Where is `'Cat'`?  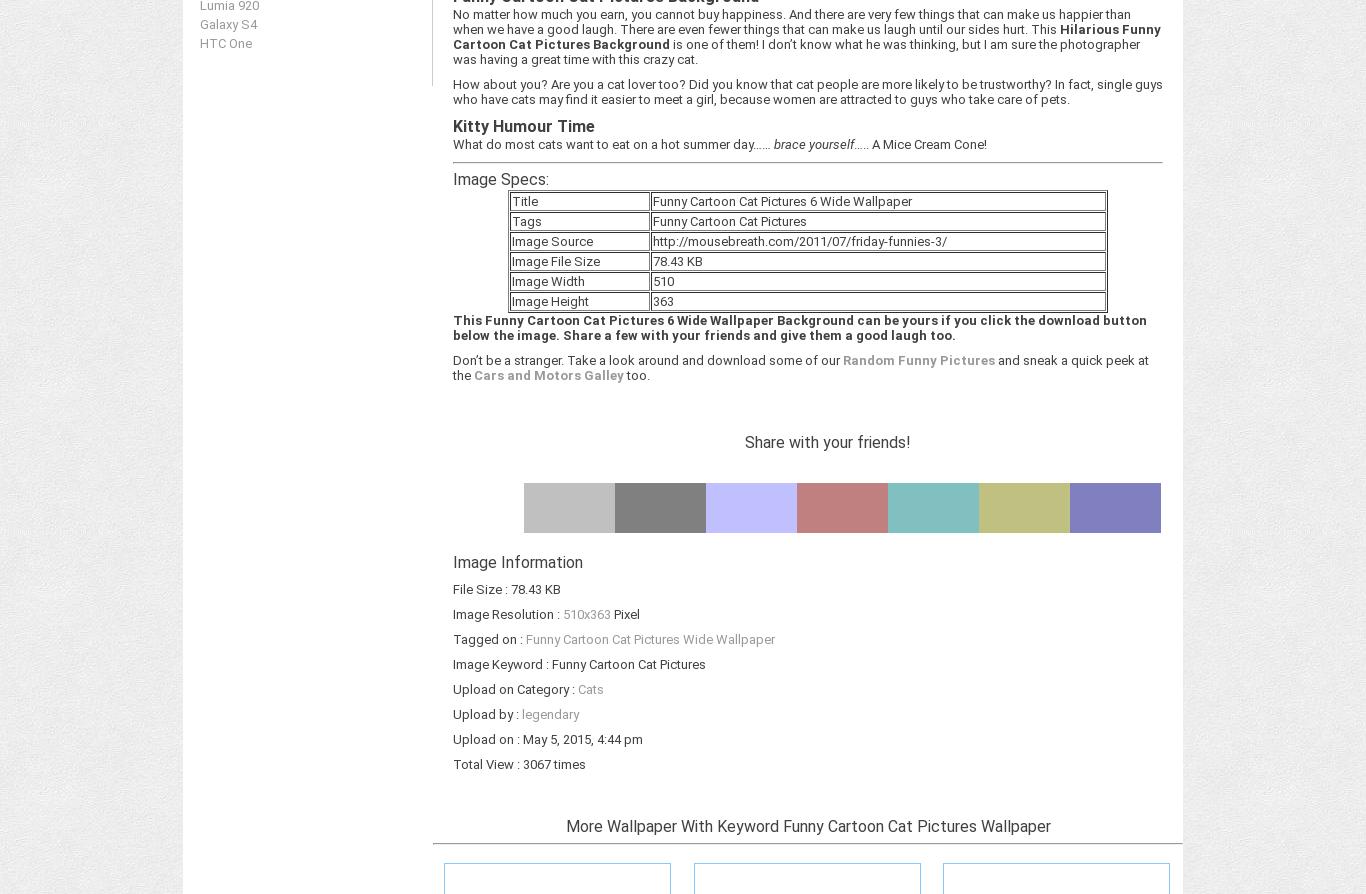 'Cat' is located at coordinates (610, 639).